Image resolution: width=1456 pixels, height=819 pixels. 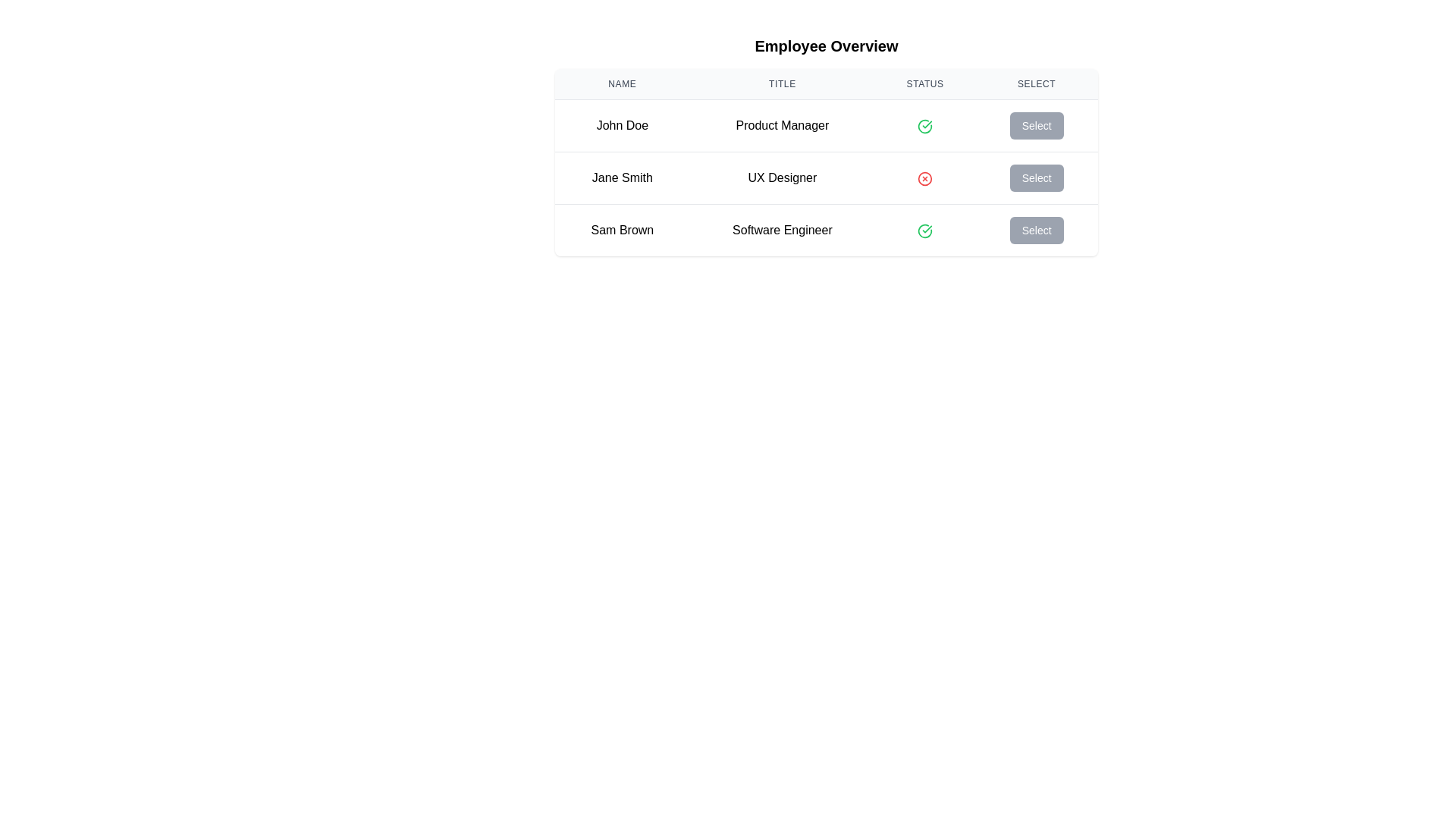 I want to click on the 'Title' text label, which is the second column header styled in small, uppercase font and located near the top-center of the layout, so click(x=783, y=84).